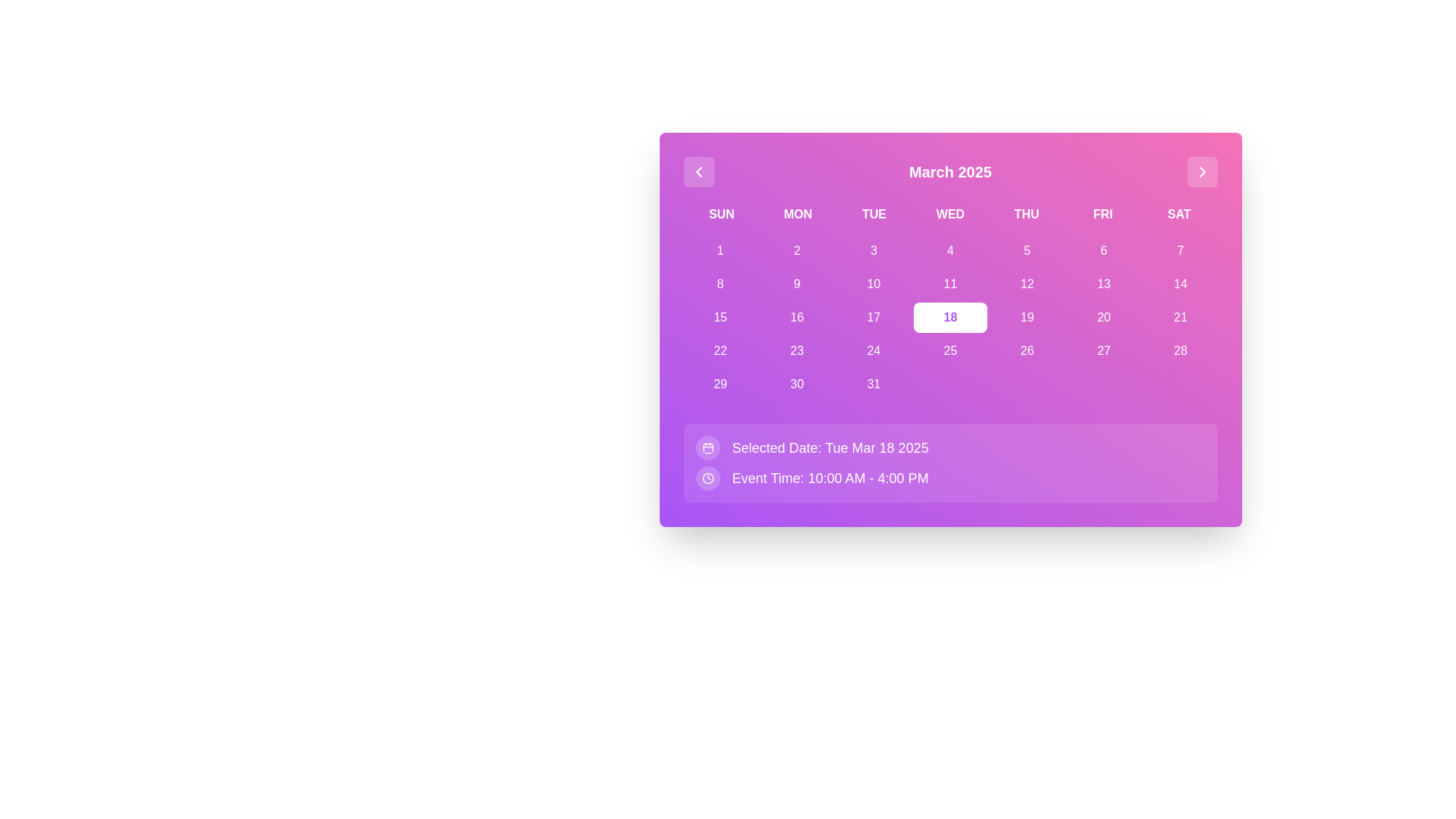 This screenshot has width=1456, height=819. Describe the element at coordinates (796, 383) in the screenshot. I see `the rectangular button with a purple background and the number '30' centered in white, located in the bottom-most row of the date-picker grid` at that location.